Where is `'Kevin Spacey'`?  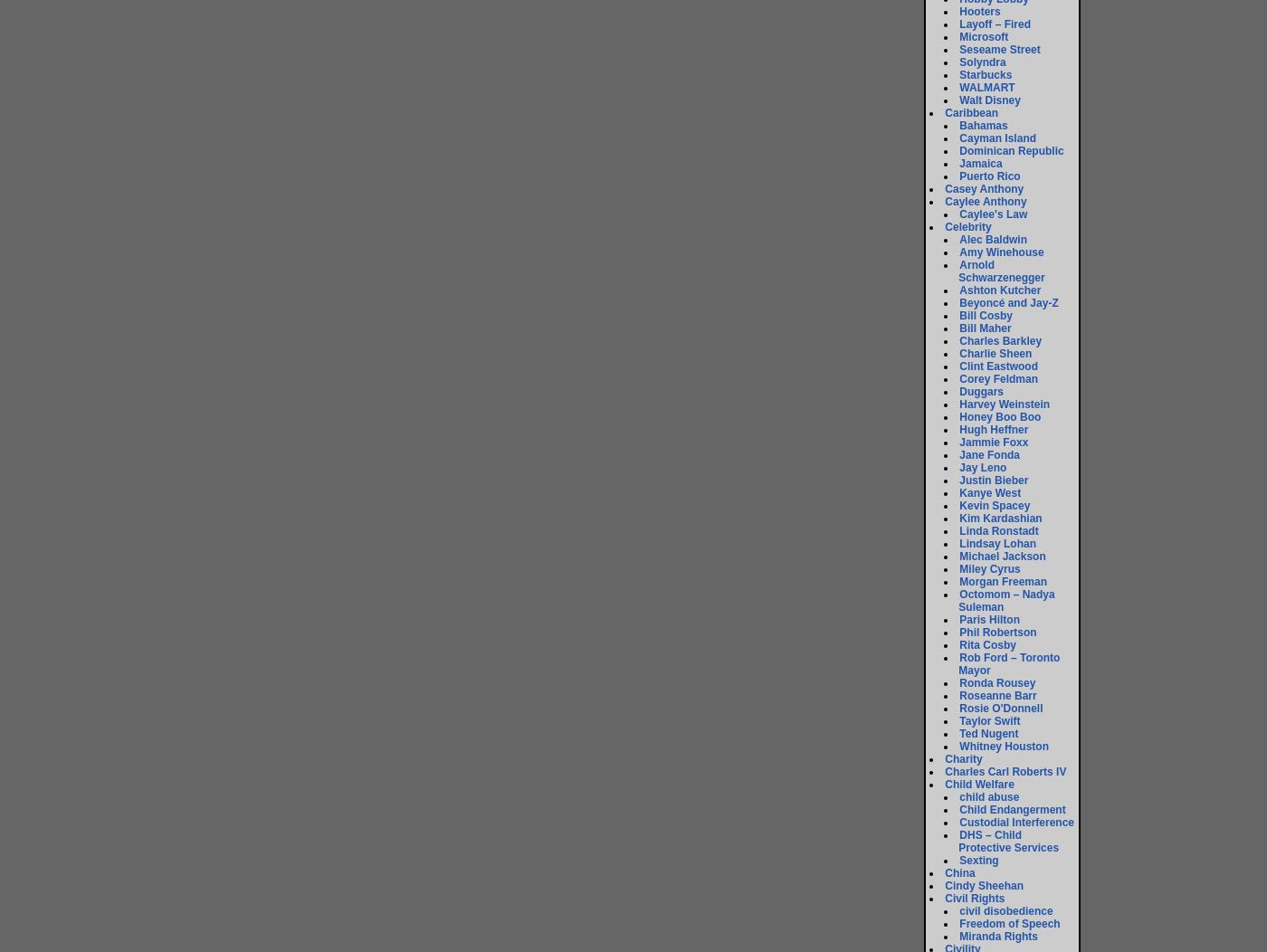 'Kevin Spacey' is located at coordinates (958, 506).